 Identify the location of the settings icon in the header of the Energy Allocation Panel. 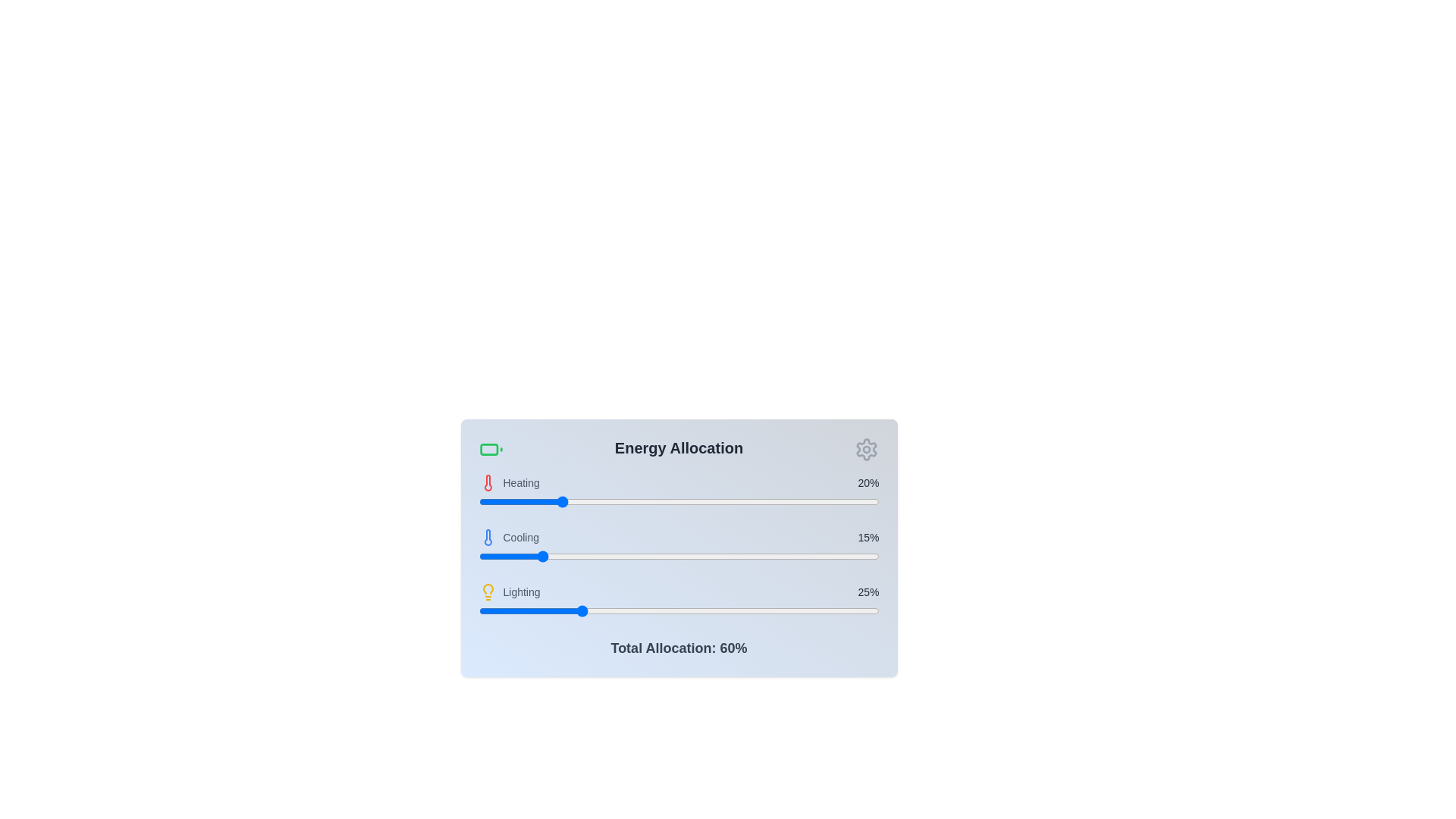
(866, 449).